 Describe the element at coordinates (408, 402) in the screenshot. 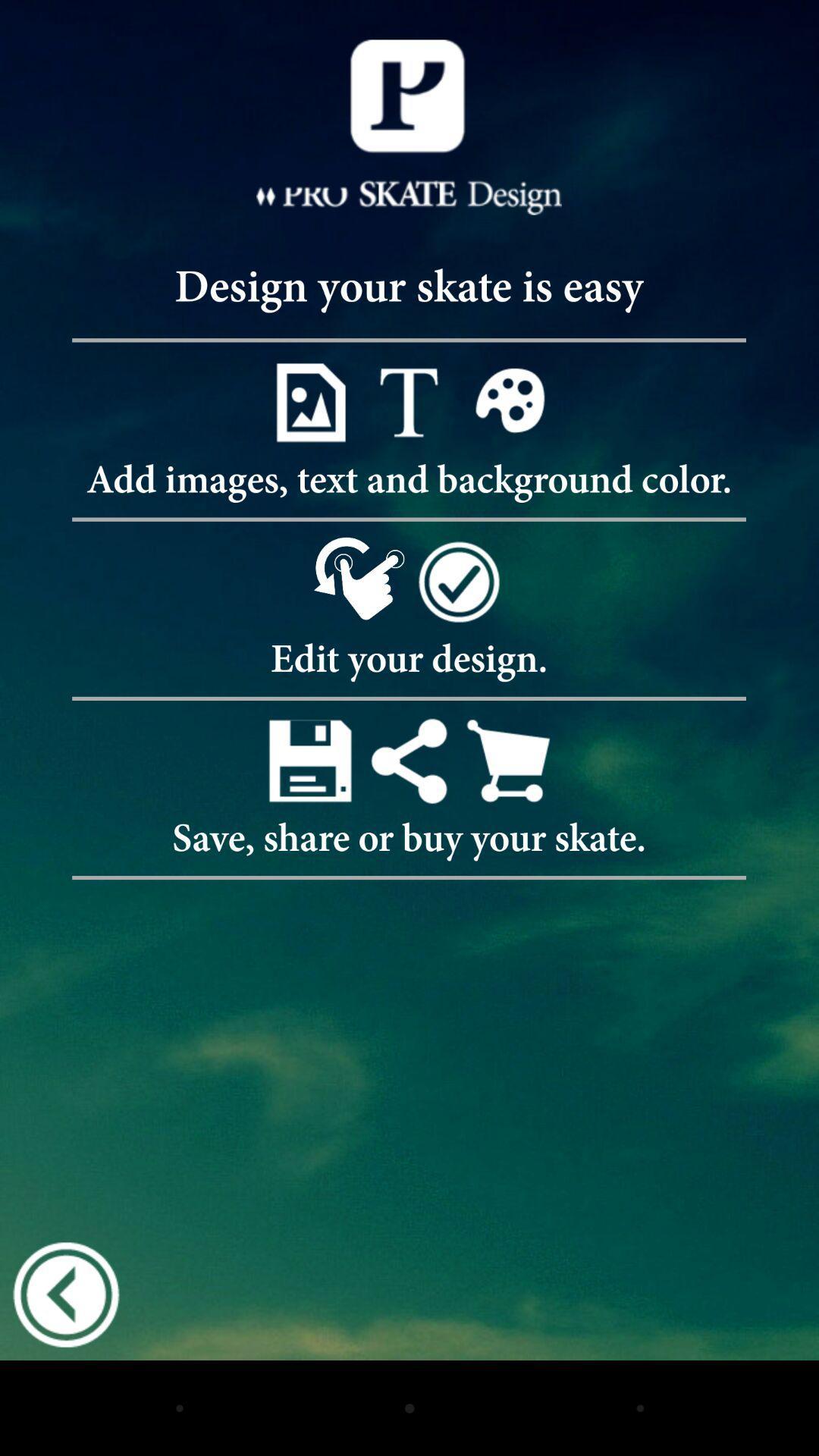

I see `option select` at that location.